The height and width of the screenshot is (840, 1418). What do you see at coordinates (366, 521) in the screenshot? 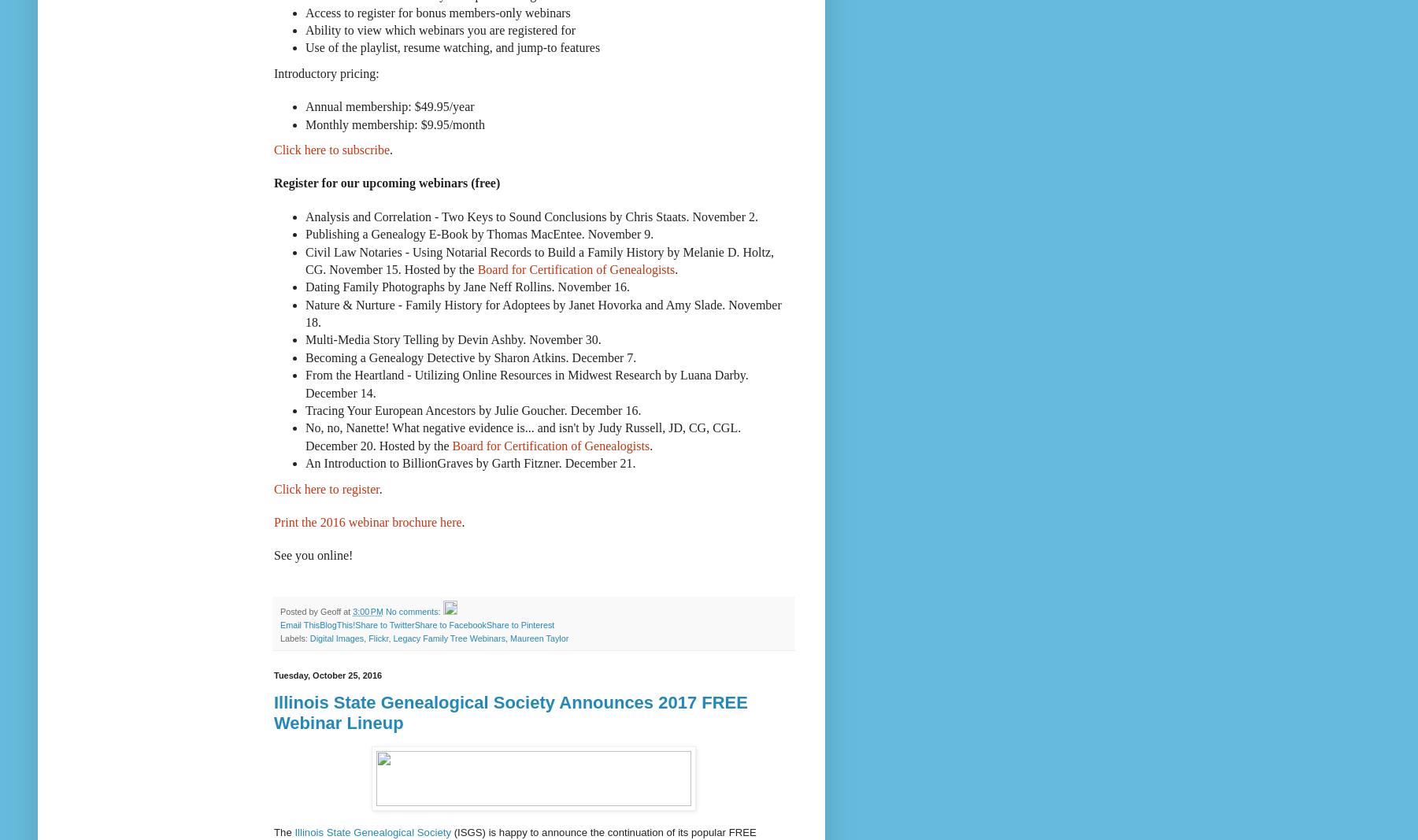
I see `'Print the 2016 webinar brochure here'` at bounding box center [366, 521].